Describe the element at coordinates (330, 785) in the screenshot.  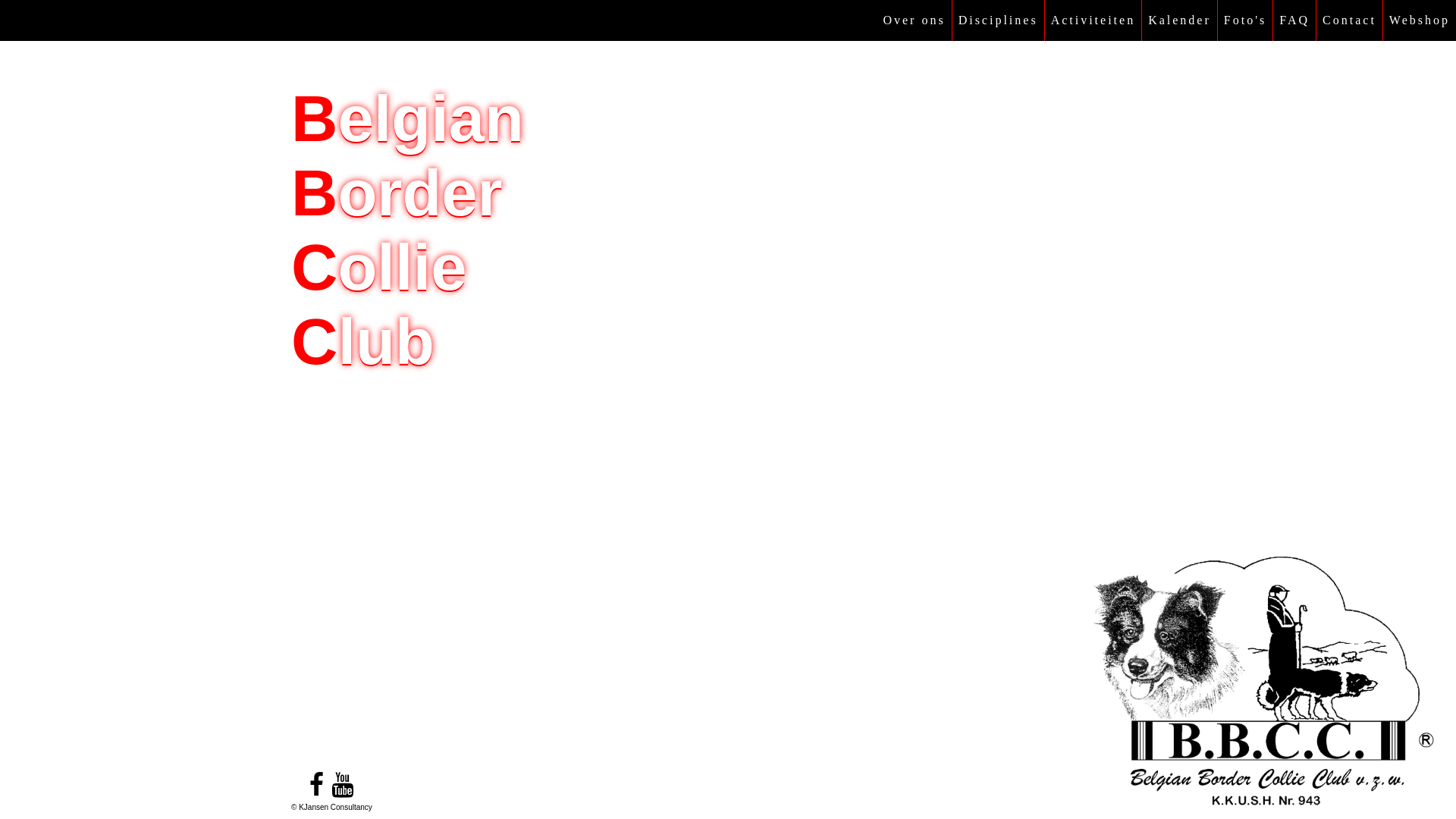
I see `'youtube'` at that location.